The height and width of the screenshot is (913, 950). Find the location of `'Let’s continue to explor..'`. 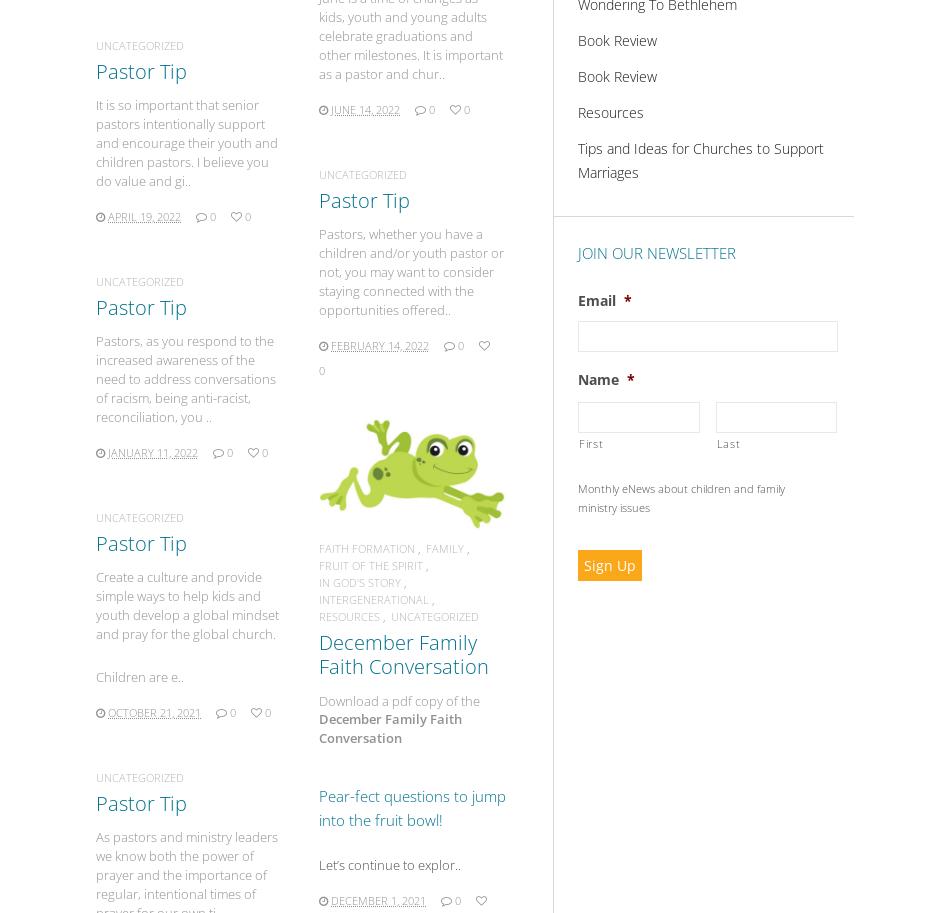

'Let’s continue to explor..' is located at coordinates (388, 864).